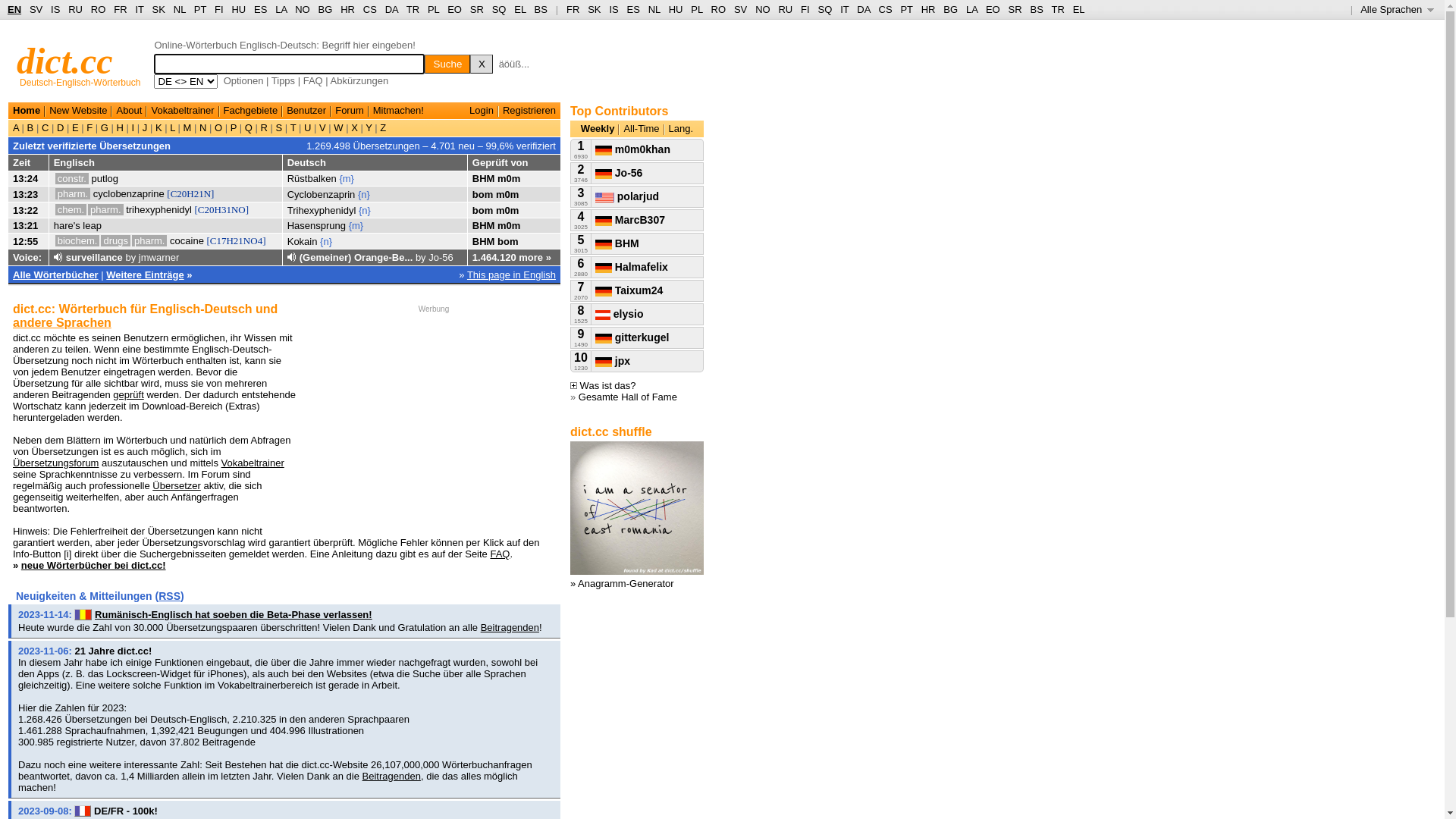  Describe the element at coordinates (824, 9) in the screenshot. I see `'SQ'` at that location.